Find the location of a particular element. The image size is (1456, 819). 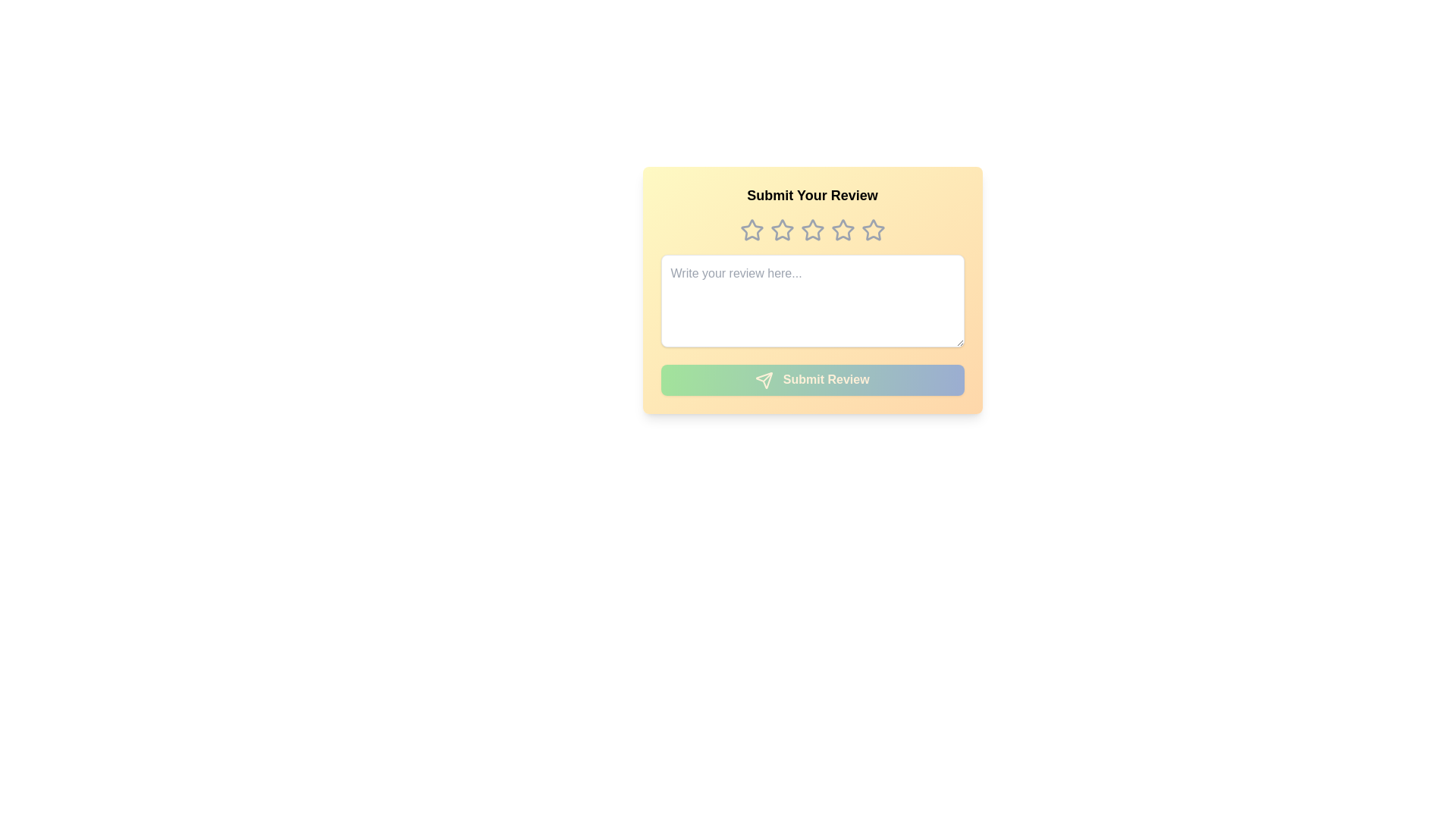

the fifth star-shaped rating icon, which is part of a horizontal row of five stars located near the top of a review submission form is located at coordinates (873, 231).